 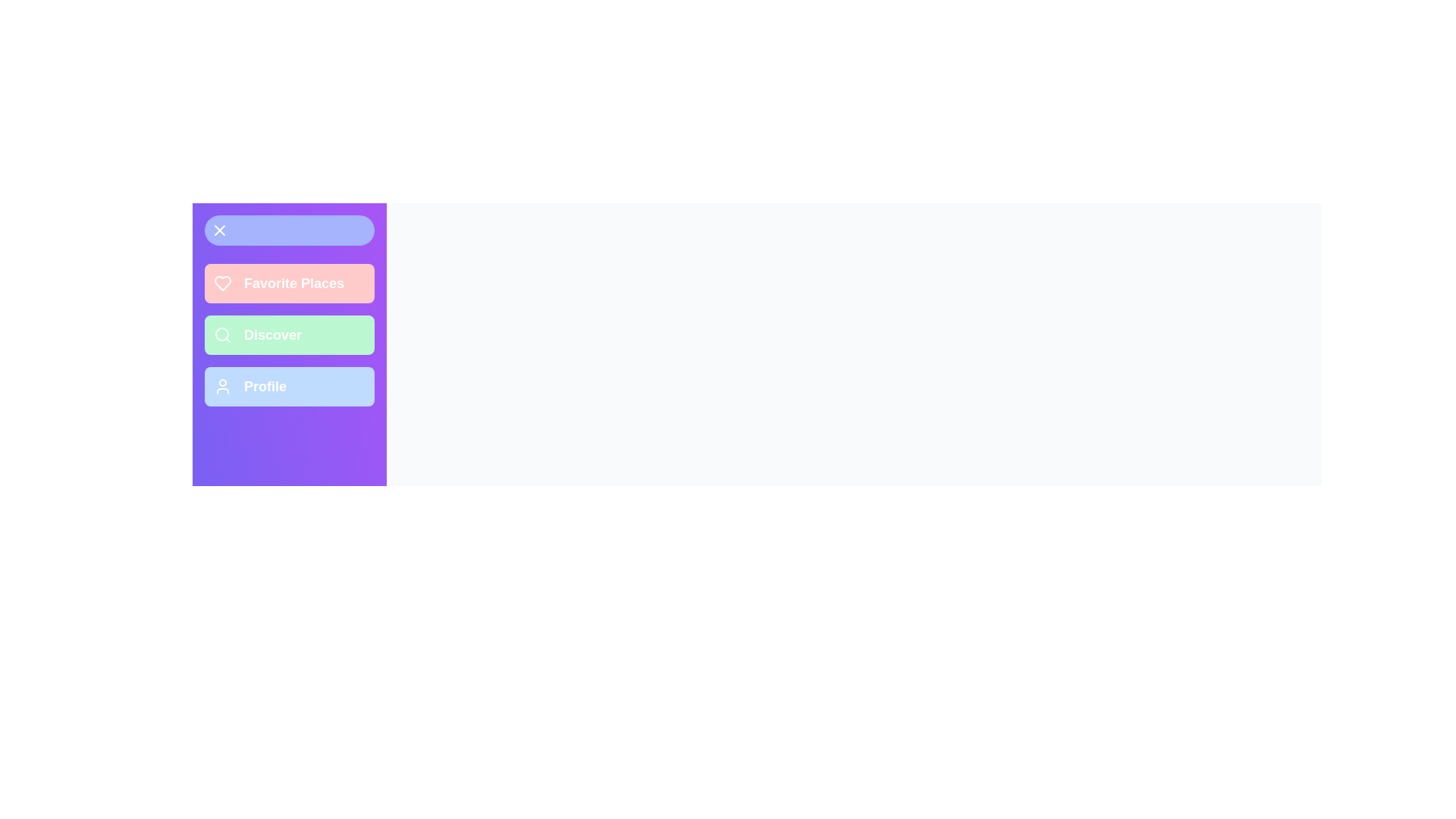 What do you see at coordinates (290, 284) in the screenshot?
I see `the 'Favorite Places' menu item` at bounding box center [290, 284].